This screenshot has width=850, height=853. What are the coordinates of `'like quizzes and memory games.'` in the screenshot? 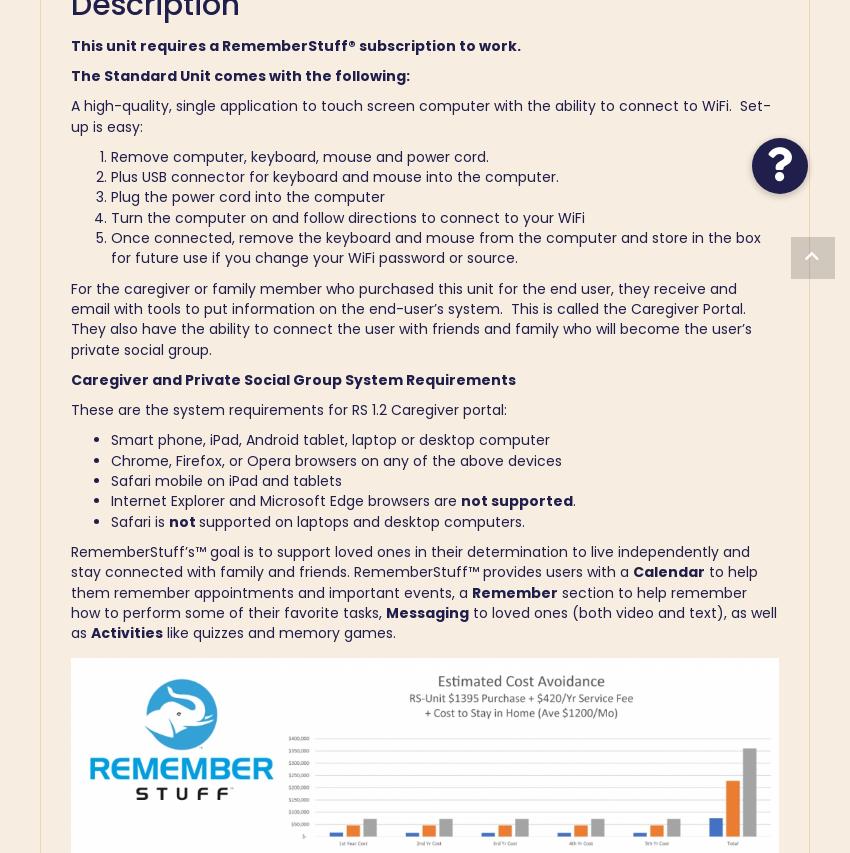 It's located at (278, 633).